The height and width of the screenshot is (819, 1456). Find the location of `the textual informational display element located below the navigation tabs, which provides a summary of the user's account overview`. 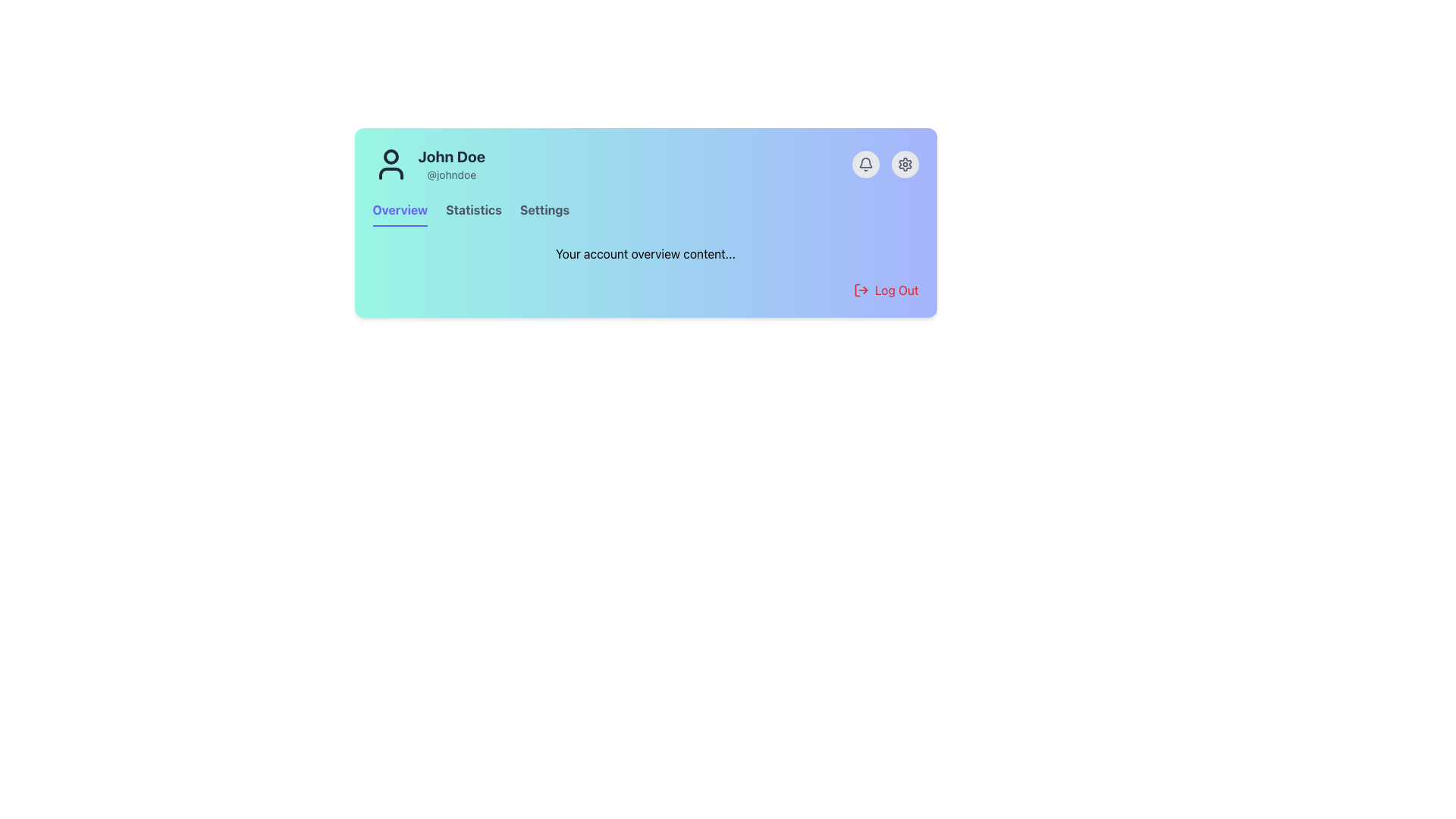

the textual informational display element located below the navigation tabs, which provides a summary of the user's account overview is located at coordinates (645, 253).